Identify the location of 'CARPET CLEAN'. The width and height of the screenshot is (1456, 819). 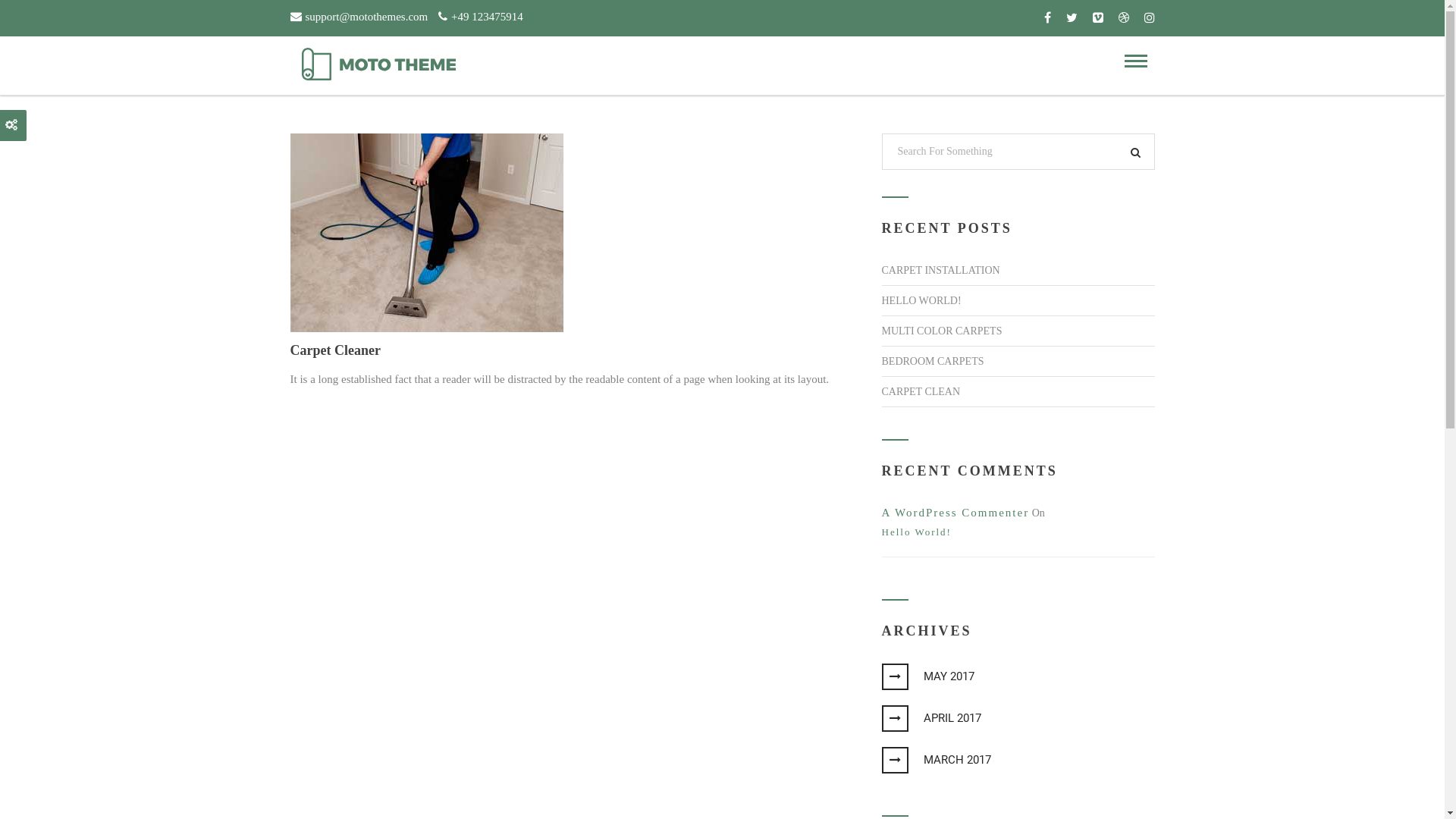
(920, 391).